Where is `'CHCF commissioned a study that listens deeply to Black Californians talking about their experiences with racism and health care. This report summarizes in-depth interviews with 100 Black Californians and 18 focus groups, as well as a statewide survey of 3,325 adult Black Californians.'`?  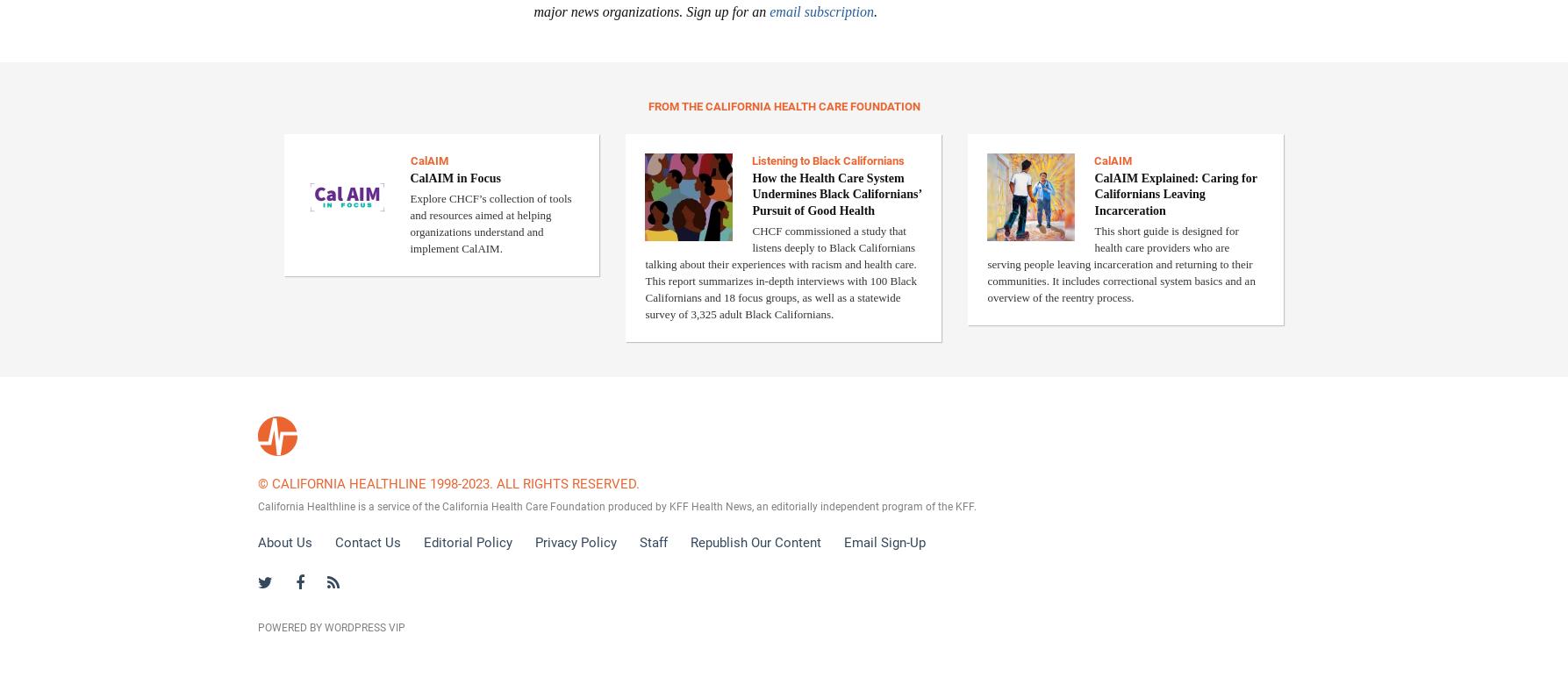
'CHCF commissioned a study that listens deeply to Black Californians talking about their experiences with racism and health care. This report summarizes in-depth interviews with 100 Black Californians and 18 focus groups, as well as a statewide survey of 3,325 adult Black Californians.' is located at coordinates (780, 270).